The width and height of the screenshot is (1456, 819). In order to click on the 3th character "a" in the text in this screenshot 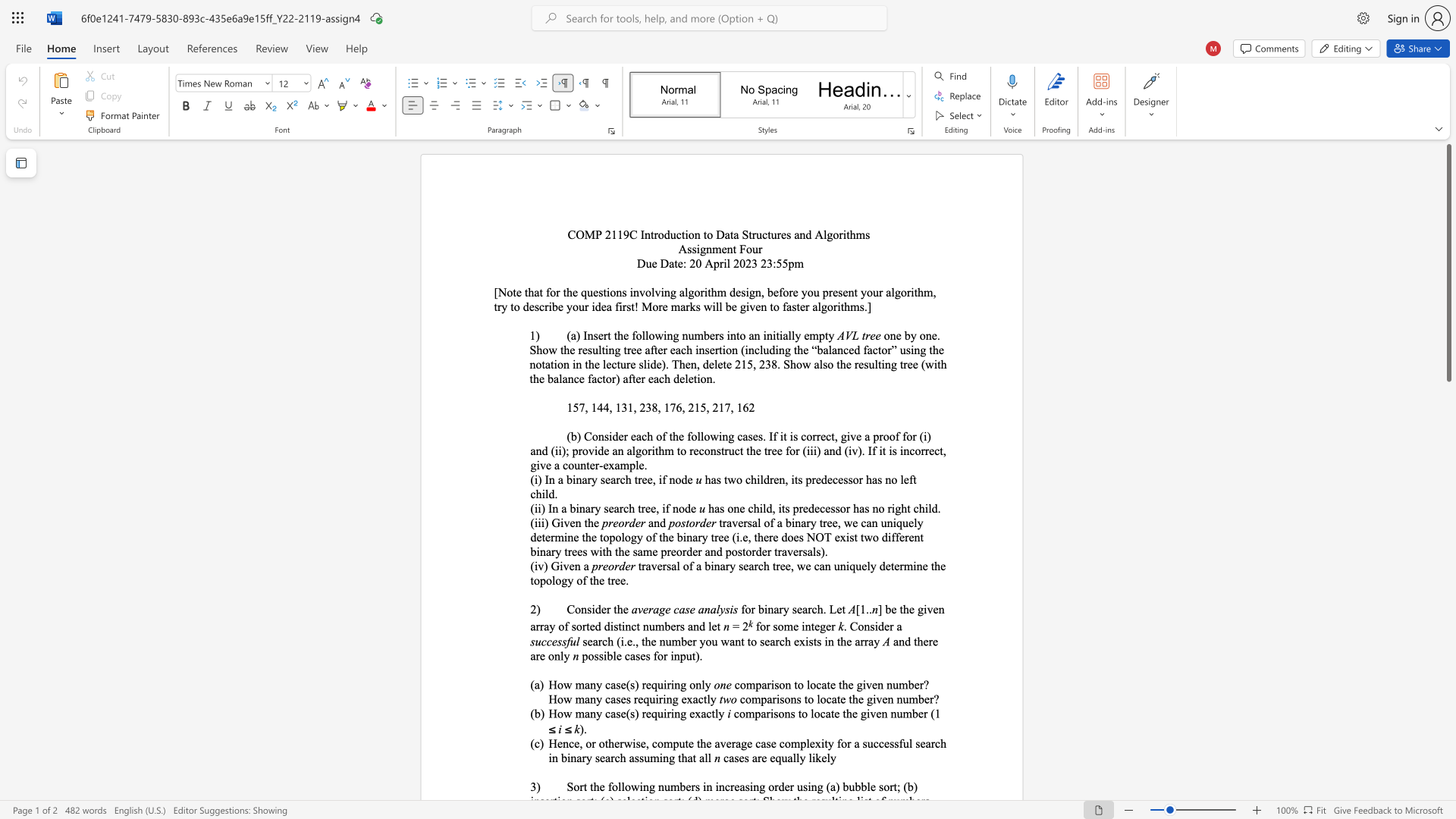, I will do `click(617, 508)`.